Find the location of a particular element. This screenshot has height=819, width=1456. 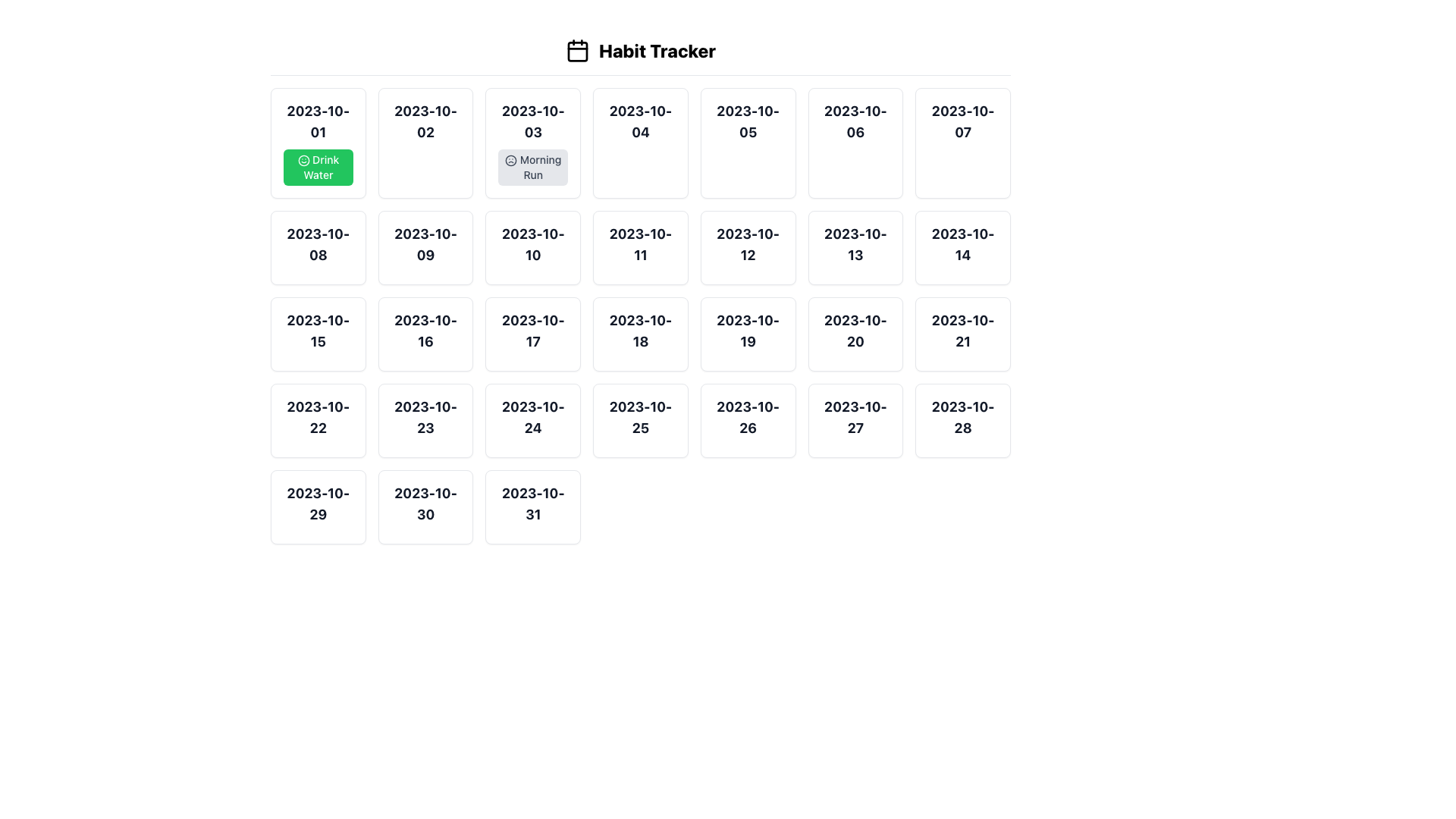

the clickable date element displaying '2023-10-18' in the calendar interface is located at coordinates (640, 333).